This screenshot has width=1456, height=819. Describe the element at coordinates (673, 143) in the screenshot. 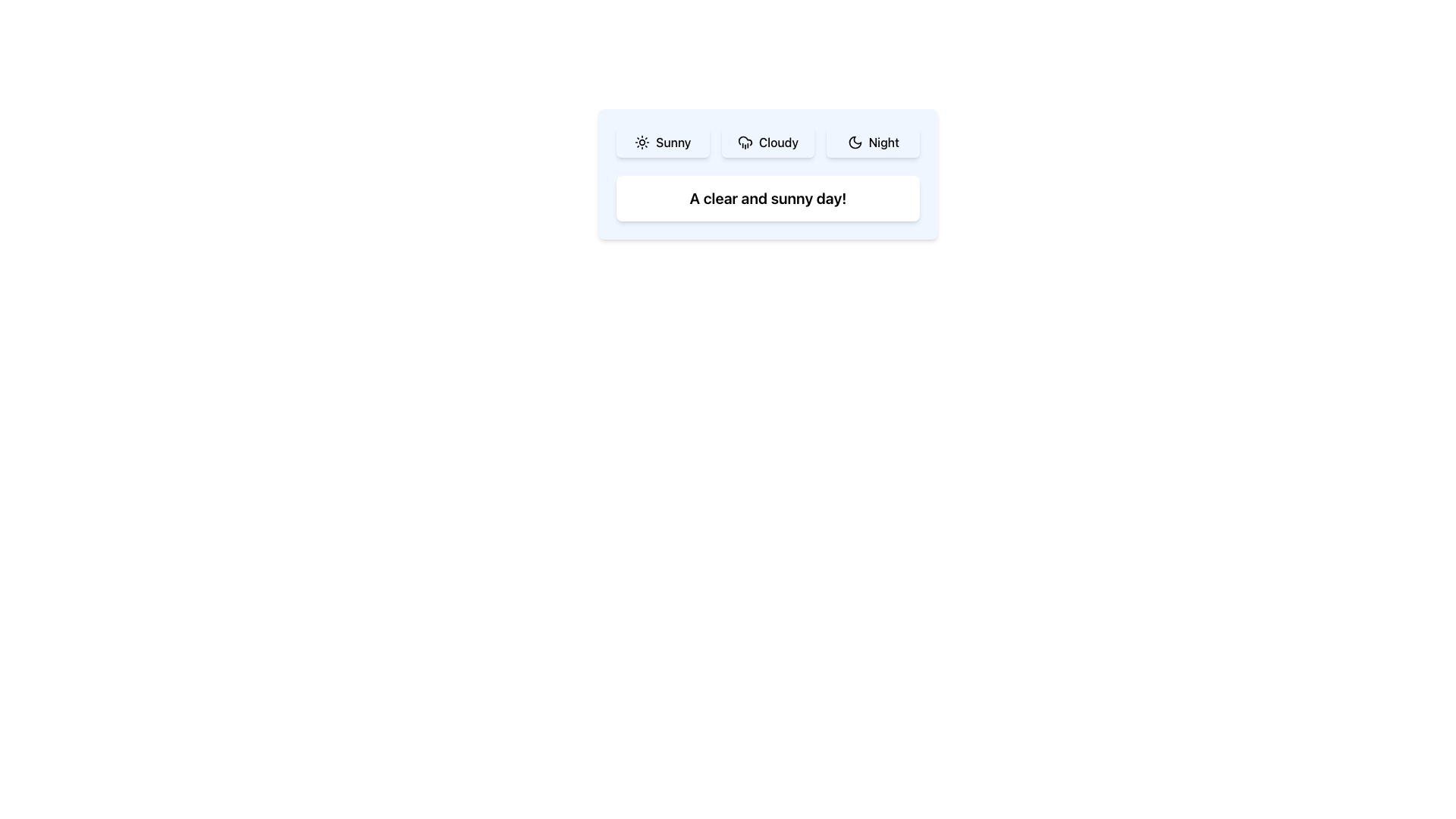

I see `text displayed in the text label that says 'Sunny', which is located within the first button among three aligned buttons at the top of the interface` at that location.